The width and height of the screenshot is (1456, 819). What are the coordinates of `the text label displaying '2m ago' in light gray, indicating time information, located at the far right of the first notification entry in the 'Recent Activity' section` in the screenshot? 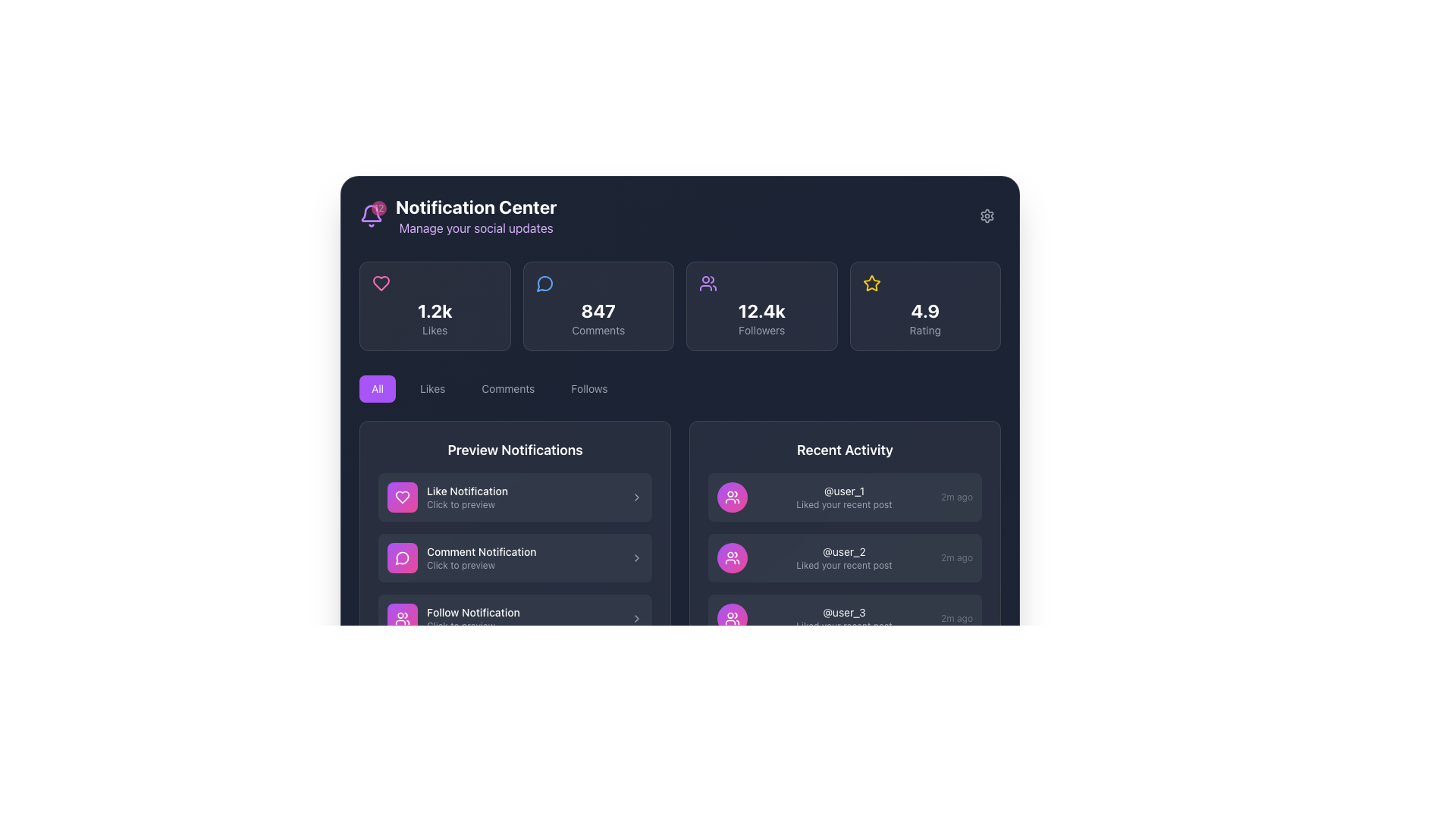 It's located at (956, 497).